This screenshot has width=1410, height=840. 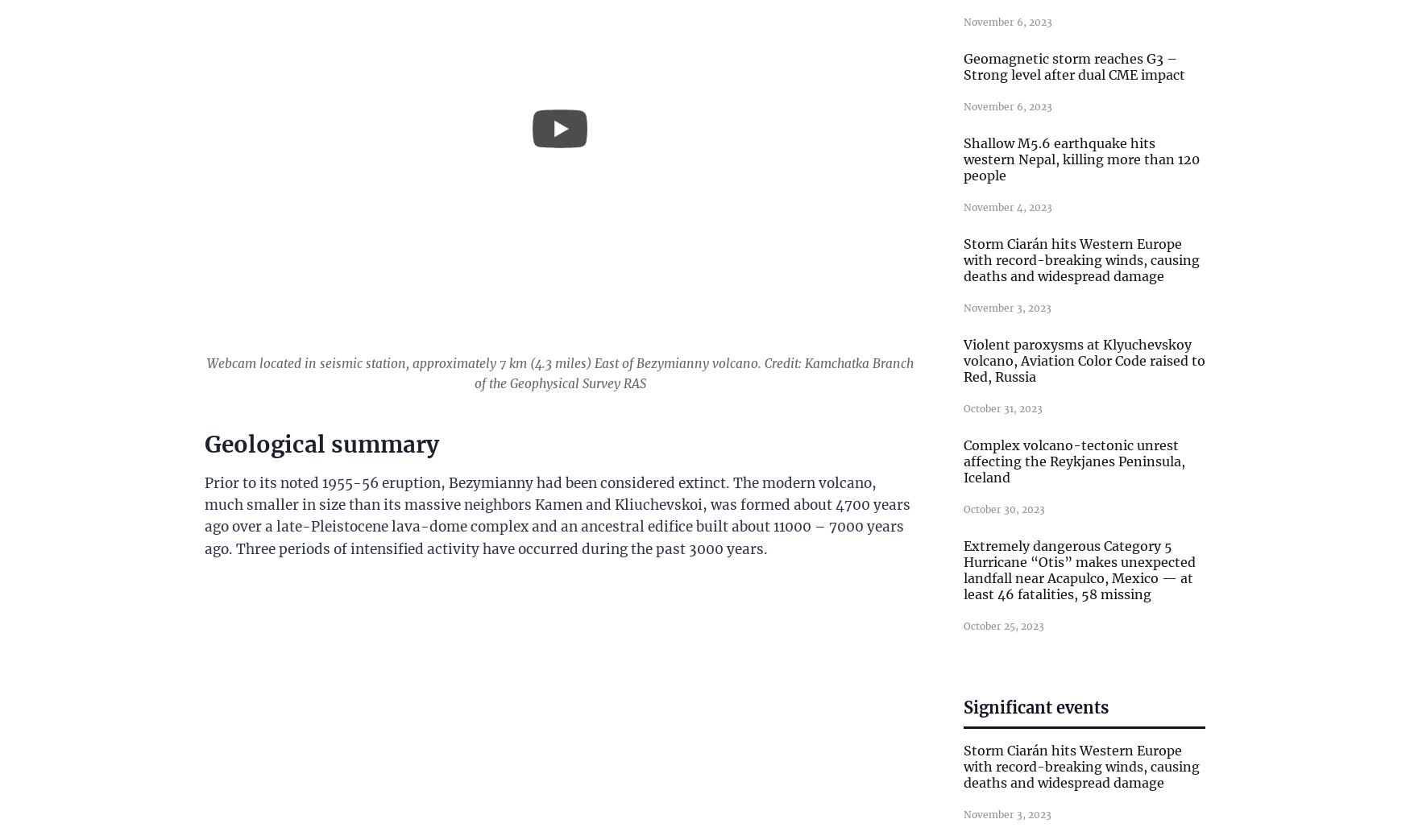 I want to click on 'Webcam located in seismic station, approximately 7 km (4.3 miles) East of Bezymianny volcano. Credit: Kamchatka Branch of the Geophysical Survey RAS', so click(x=559, y=372).